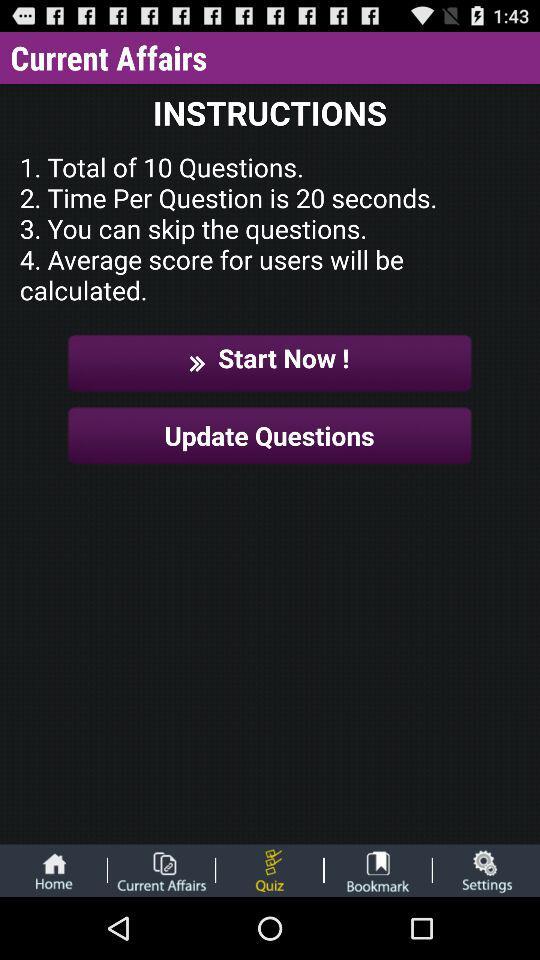  What do you see at coordinates (160, 869) in the screenshot?
I see `current affairs` at bounding box center [160, 869].